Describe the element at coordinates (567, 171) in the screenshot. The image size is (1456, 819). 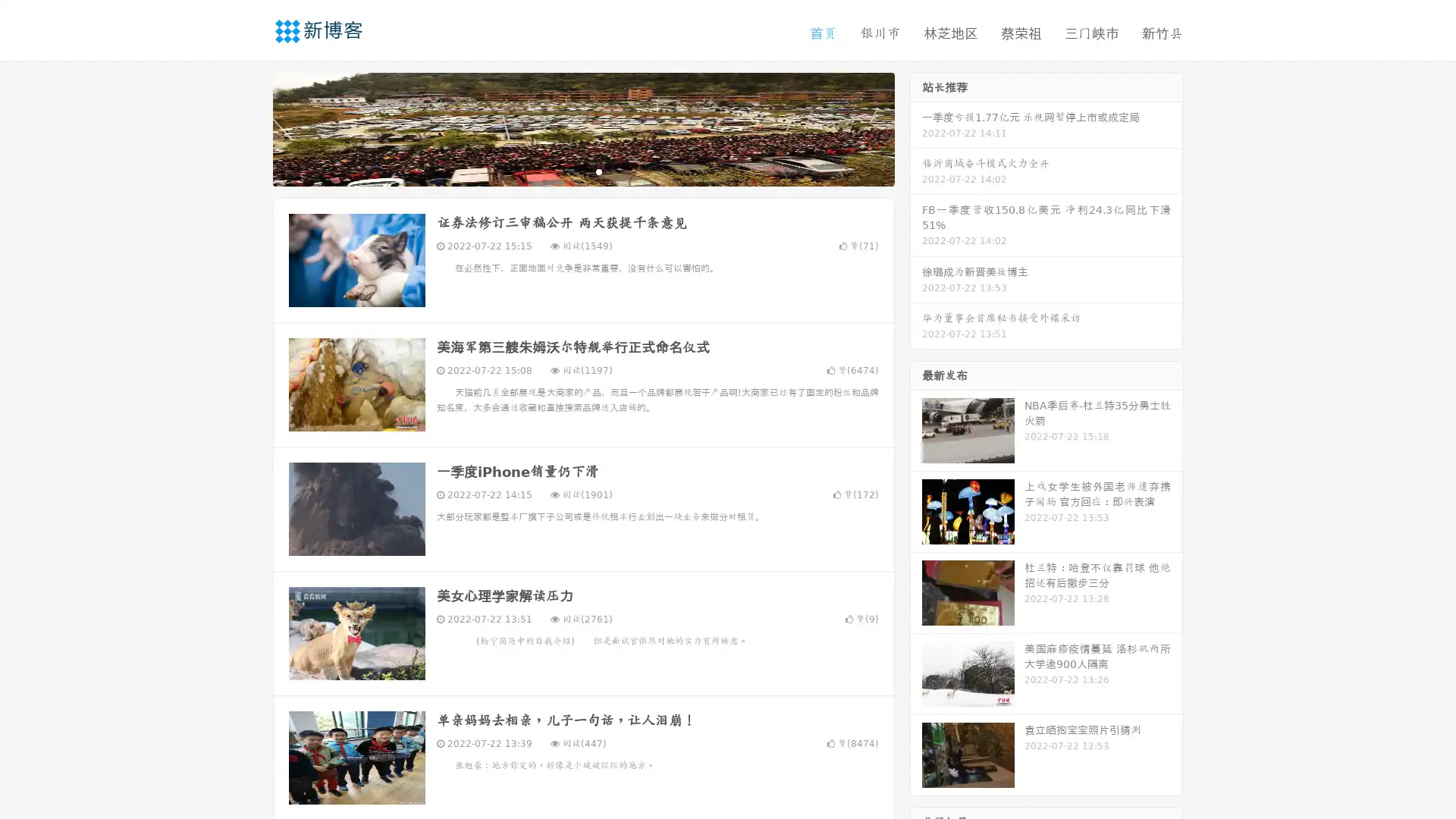
I see `Go to slide 1` at that location.